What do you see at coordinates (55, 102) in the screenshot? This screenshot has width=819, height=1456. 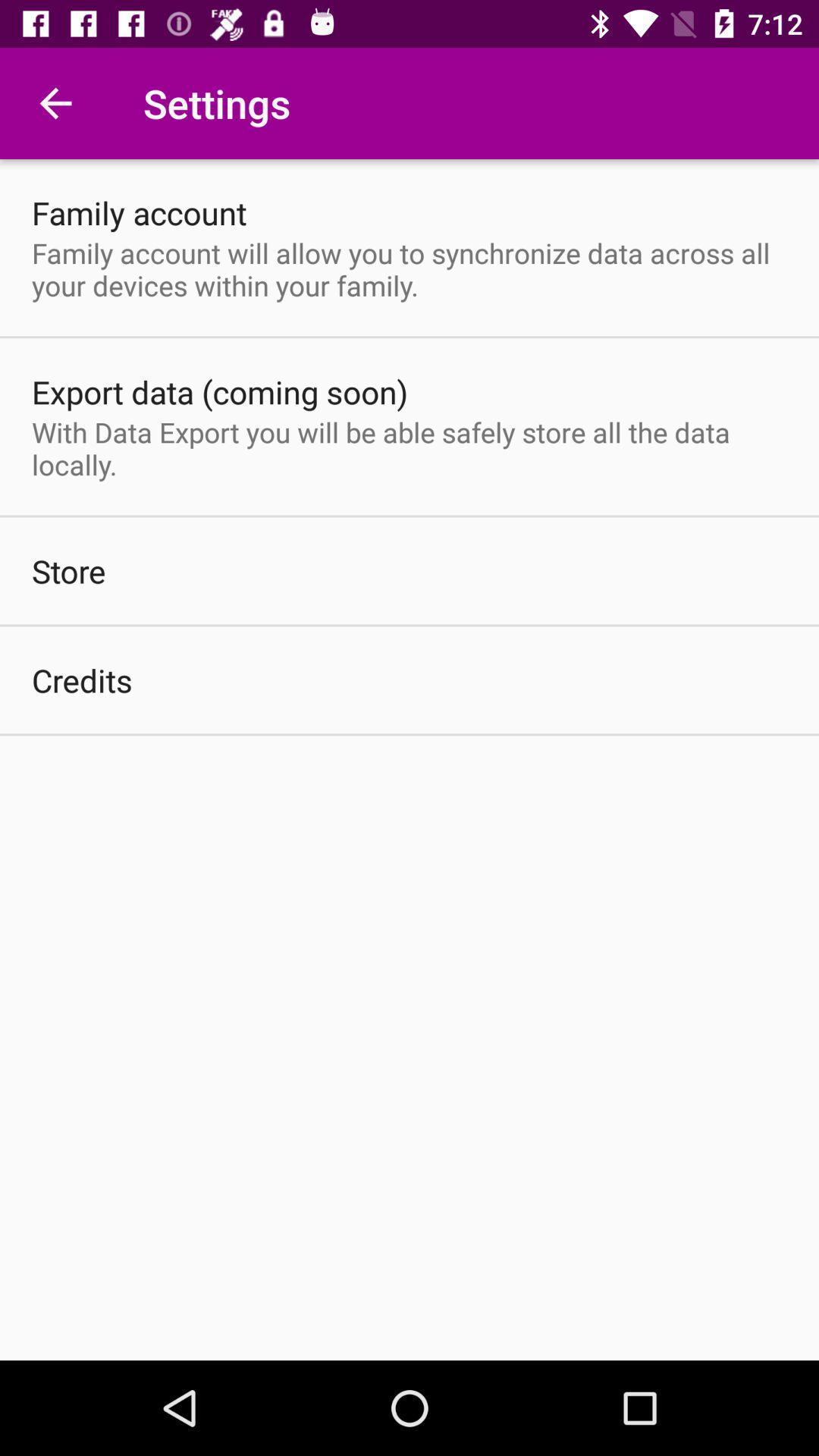 I see `icon above the family account item` at bounding box center [55, 102].